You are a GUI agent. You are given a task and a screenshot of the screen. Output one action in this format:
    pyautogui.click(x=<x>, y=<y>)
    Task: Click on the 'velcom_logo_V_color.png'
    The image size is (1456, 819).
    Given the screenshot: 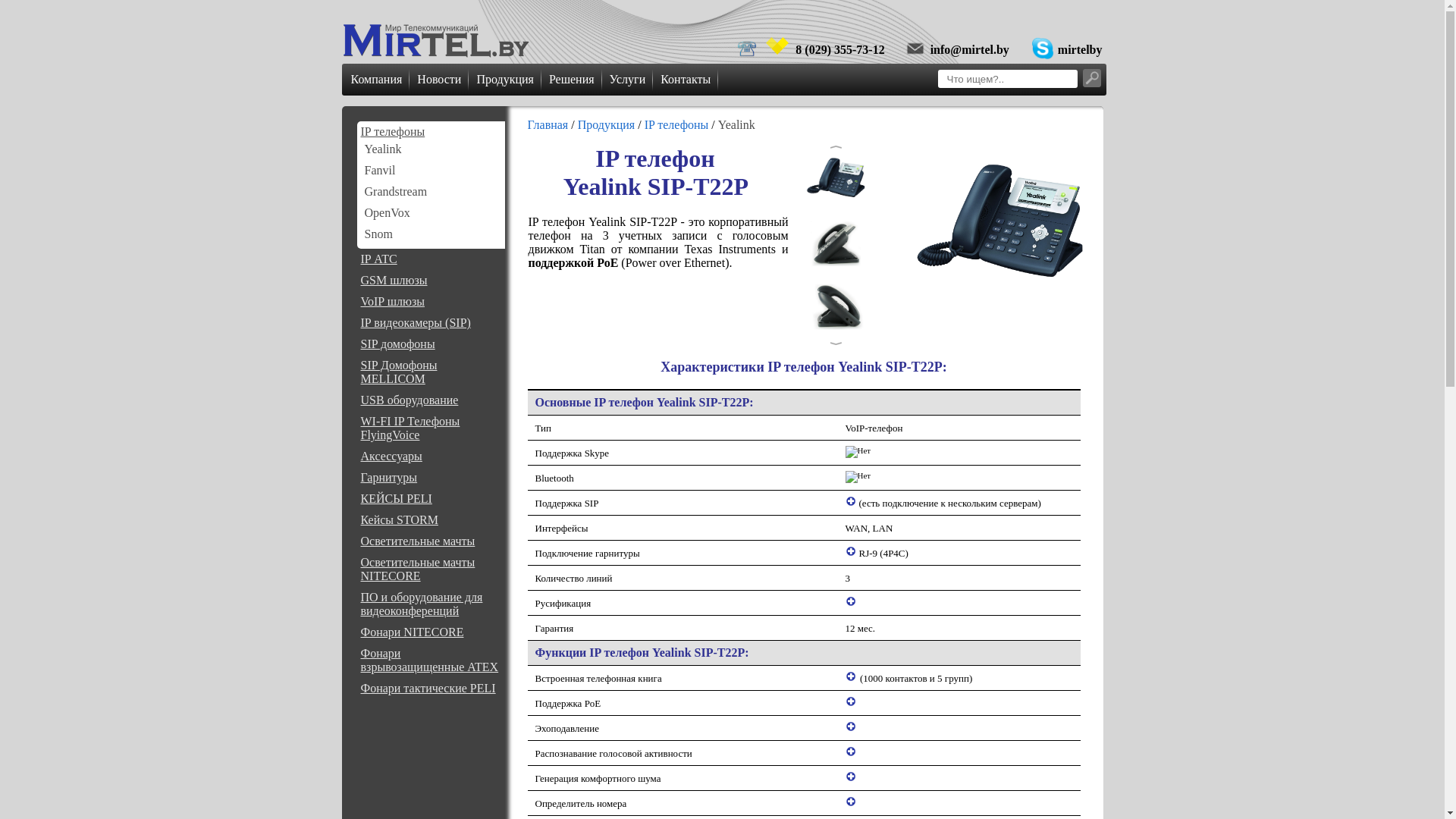 What is the action you would take?
    pyautogui.click(x=777, y=45)
    